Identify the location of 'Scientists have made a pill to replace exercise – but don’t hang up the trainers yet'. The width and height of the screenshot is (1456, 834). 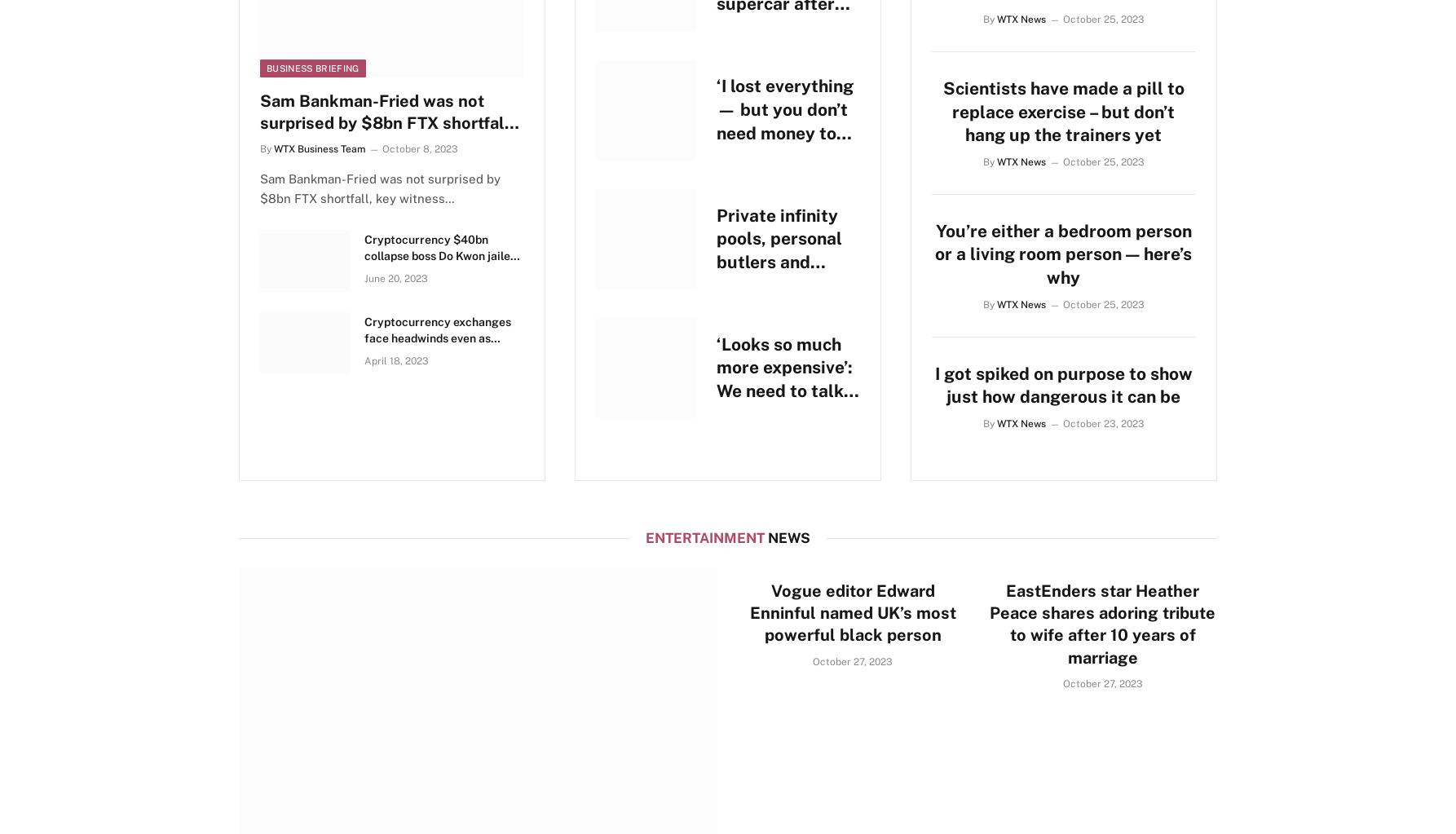
(1062, 110).